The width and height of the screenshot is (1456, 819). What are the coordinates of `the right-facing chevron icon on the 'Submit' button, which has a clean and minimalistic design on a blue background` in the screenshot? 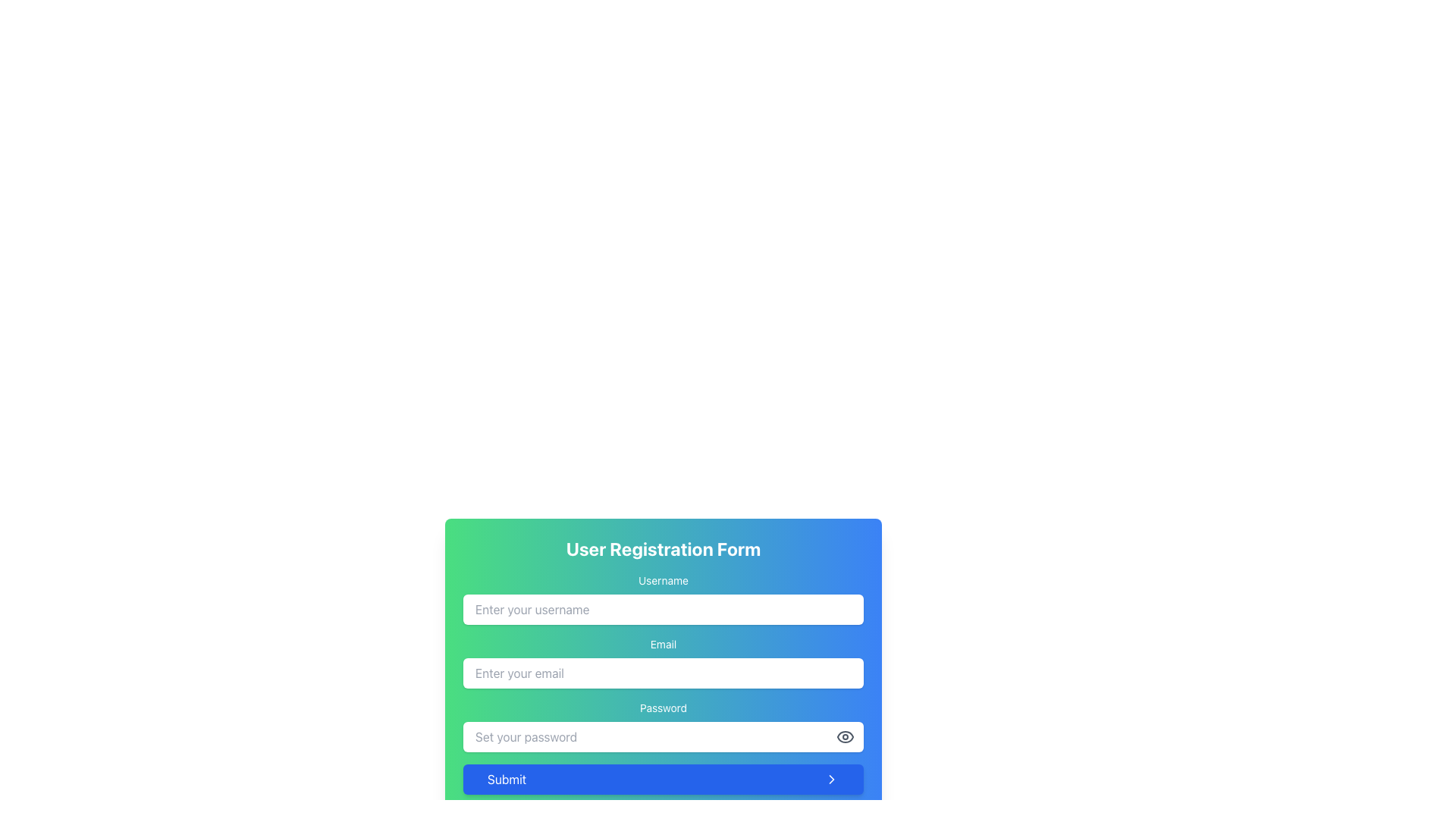 It's located at (831, 780).